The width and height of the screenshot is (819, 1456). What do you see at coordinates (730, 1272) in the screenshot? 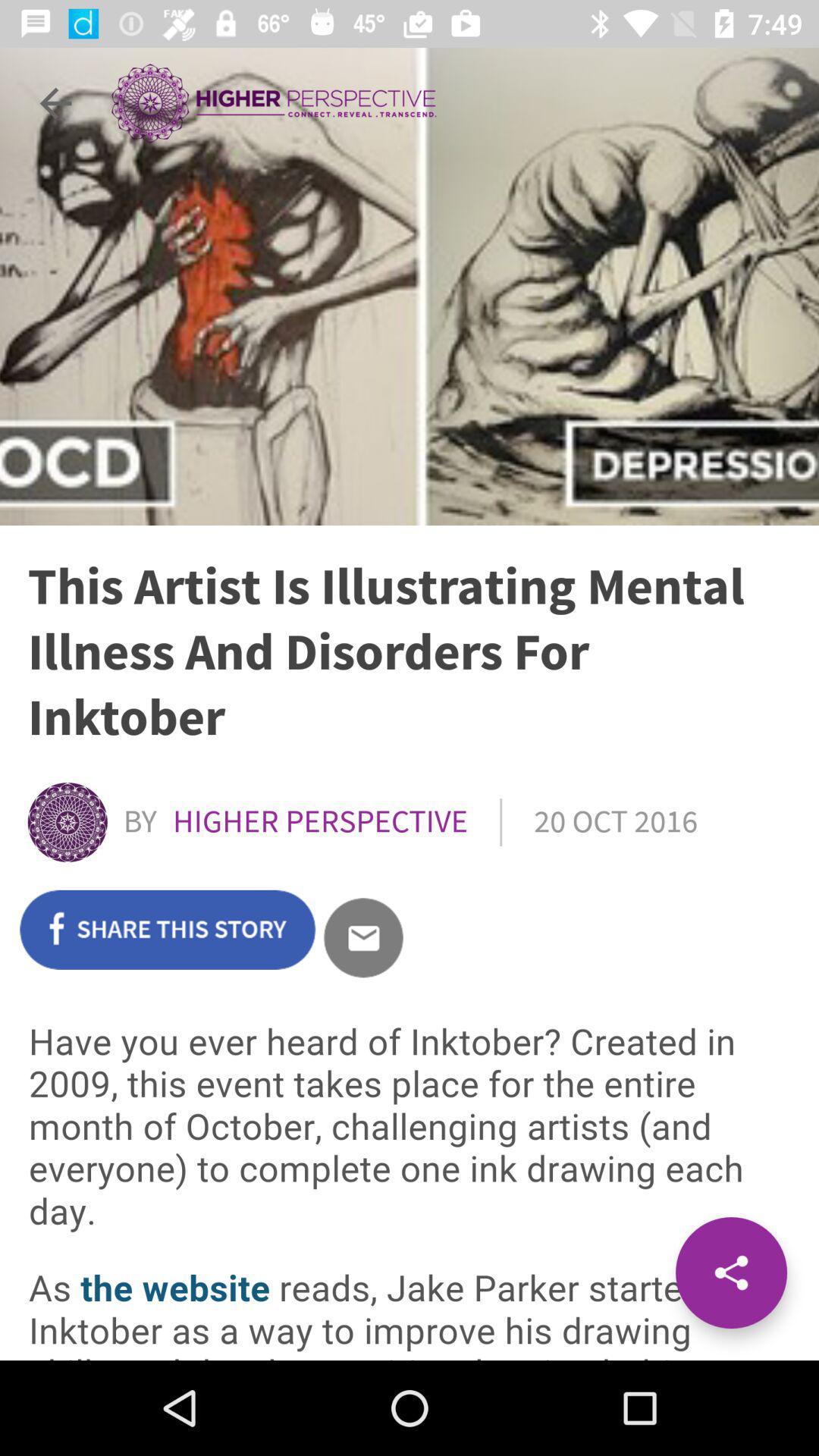
I see `the share icon` at bounding box center [730, 1272].